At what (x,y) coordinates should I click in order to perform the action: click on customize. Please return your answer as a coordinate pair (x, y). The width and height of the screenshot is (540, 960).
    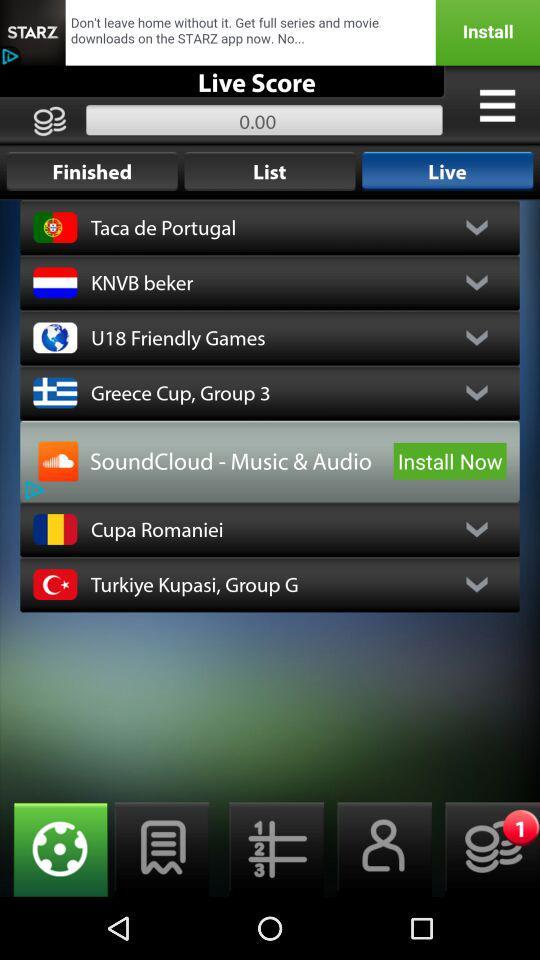
    Looking at the image, I should click on (496, 105).